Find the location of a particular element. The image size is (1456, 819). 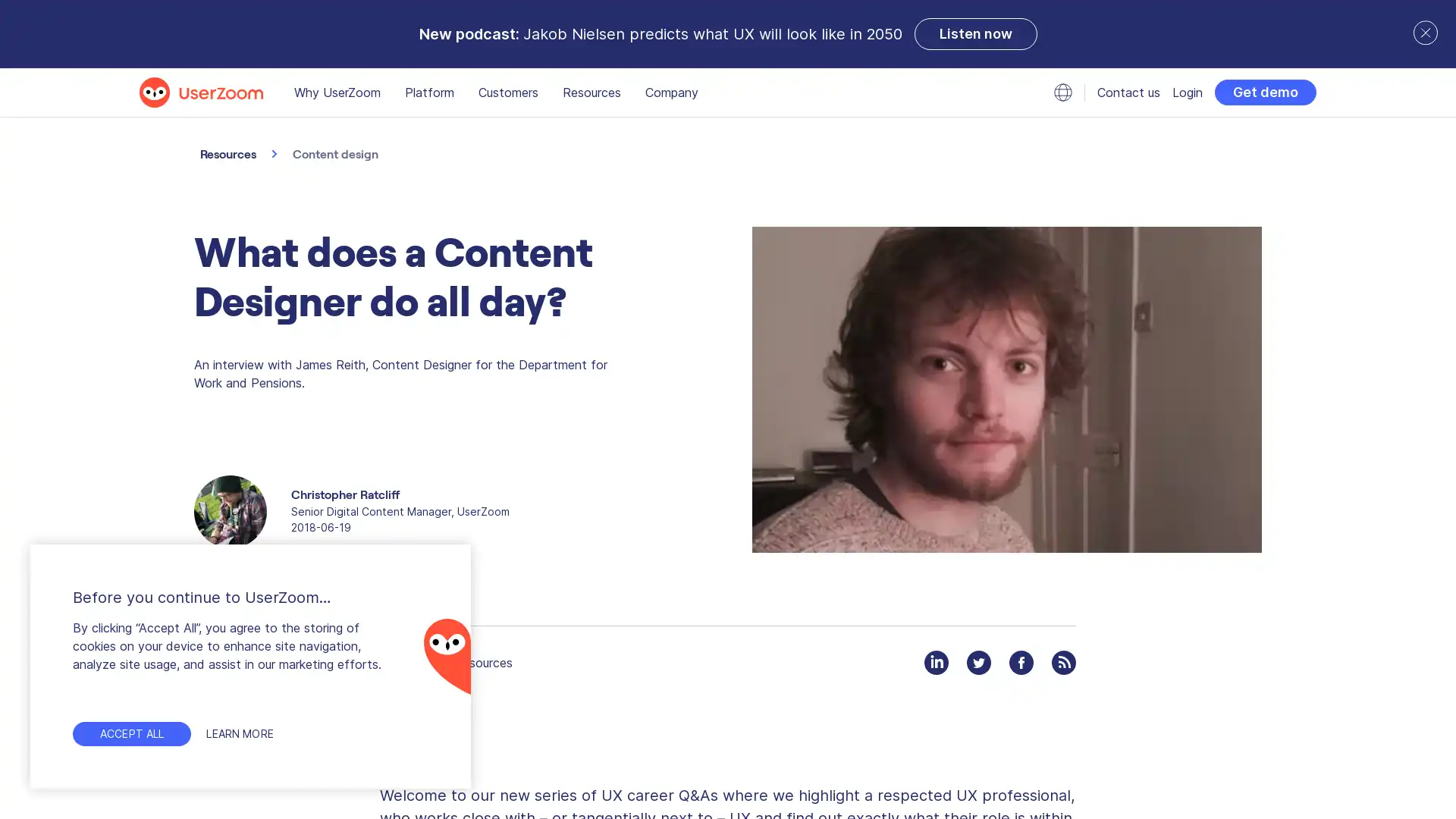

Why UserZoom is located at coordinates (337, 93).